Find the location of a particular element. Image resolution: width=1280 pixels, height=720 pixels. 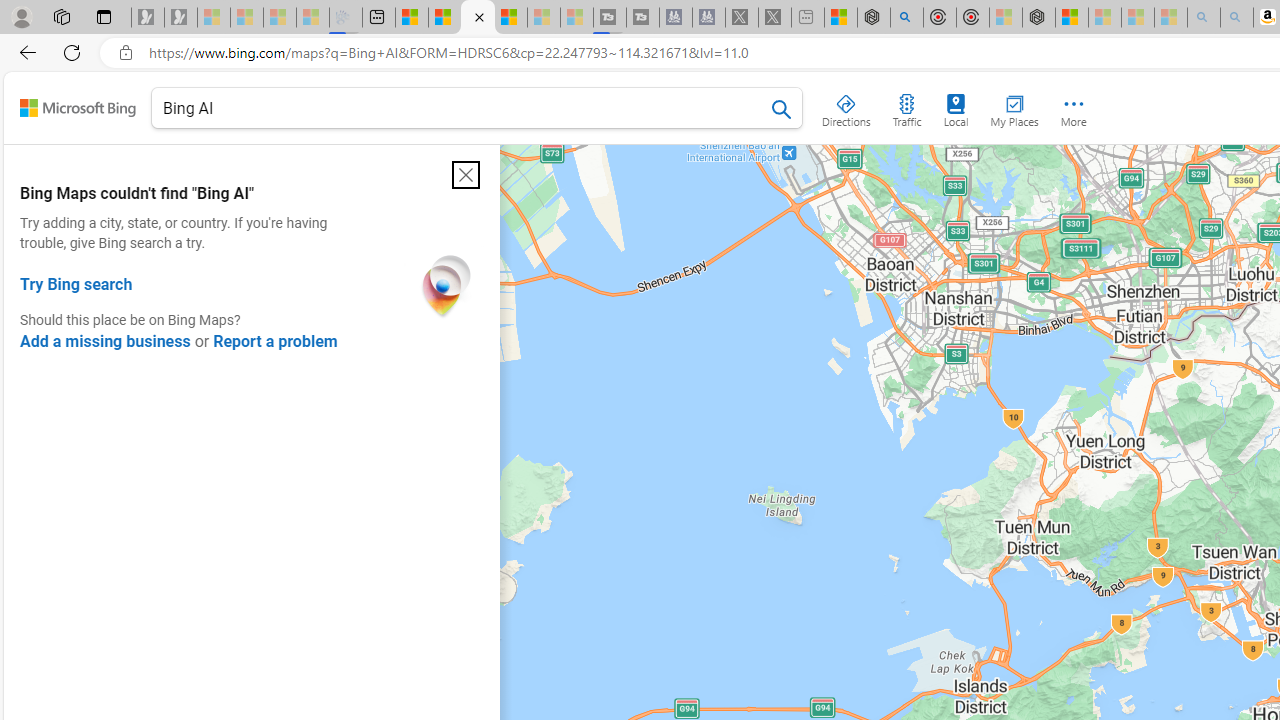

'Traffic' is located at coordinates (905, 106).